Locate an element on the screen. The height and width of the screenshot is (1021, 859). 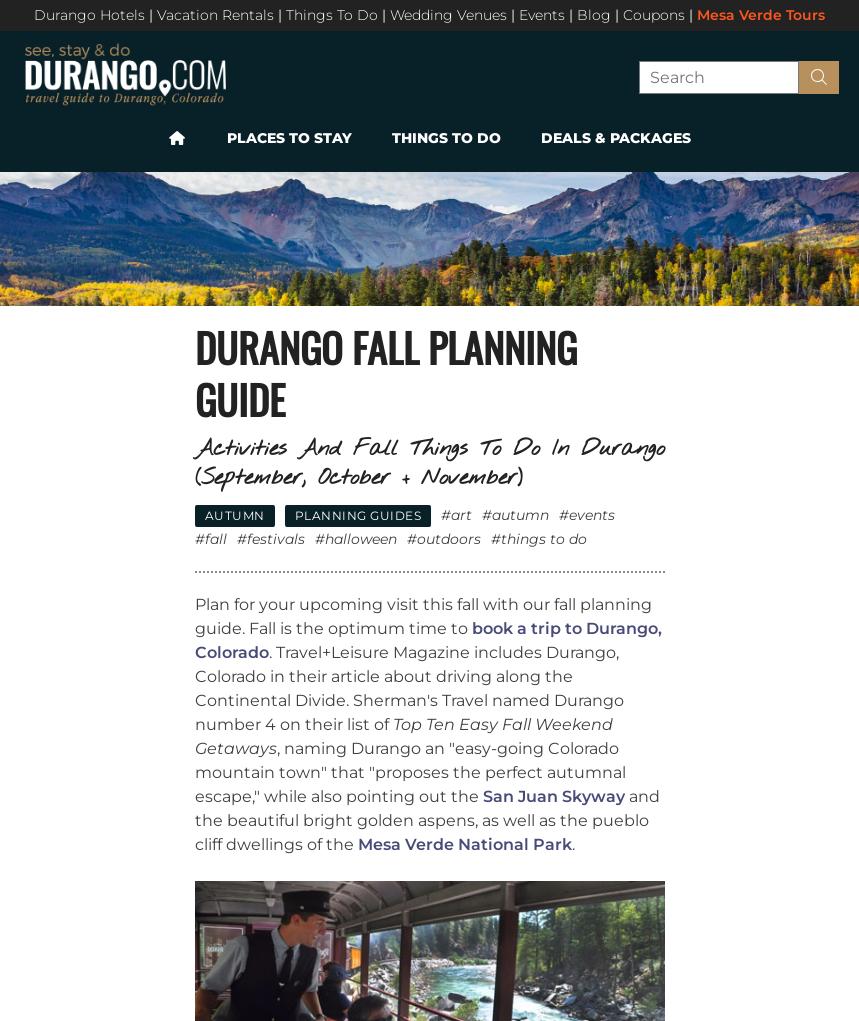
'Blog' is located at coordinates (593, 14).